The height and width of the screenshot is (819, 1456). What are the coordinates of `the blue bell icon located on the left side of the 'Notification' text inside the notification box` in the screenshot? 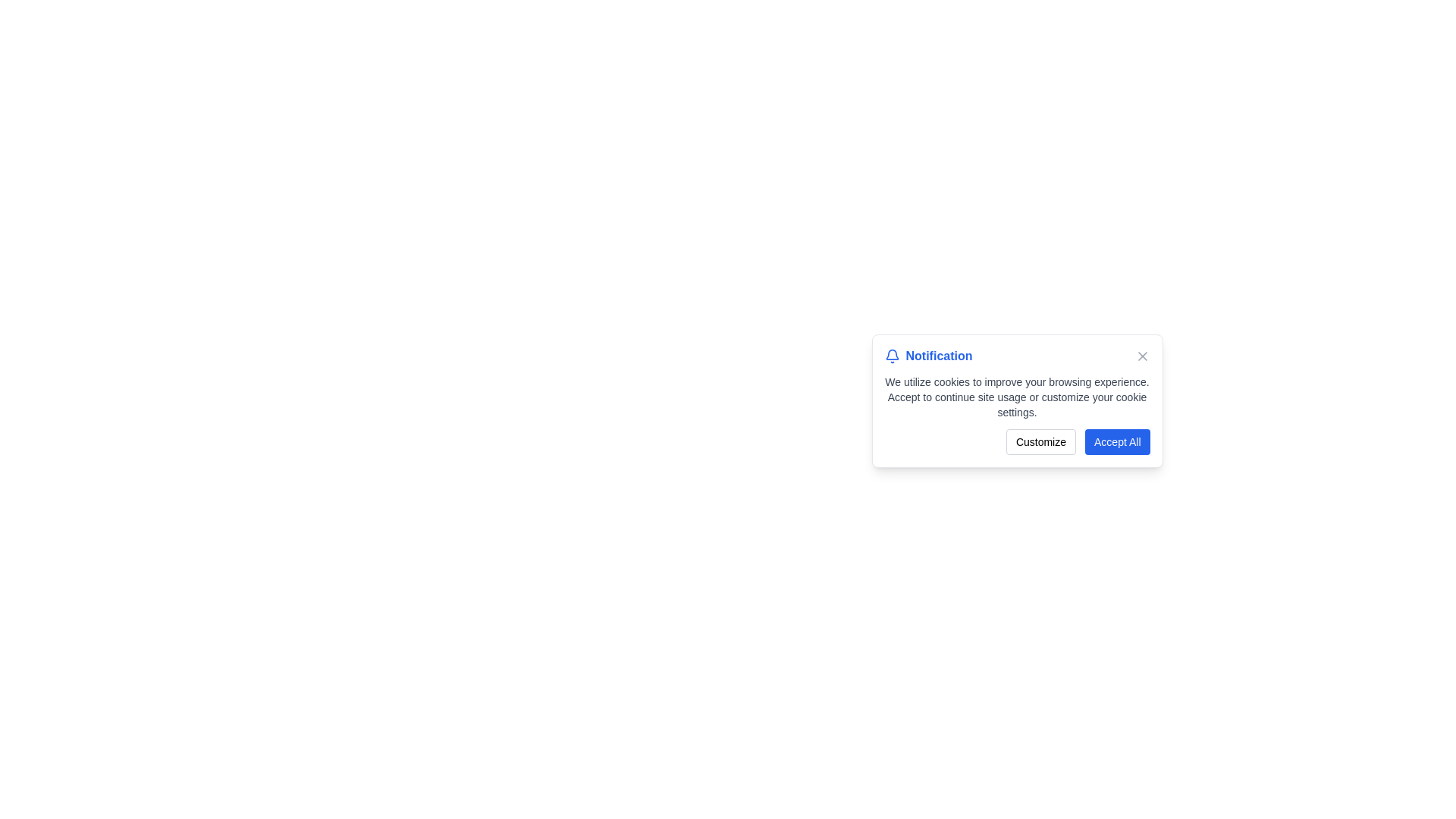 It's located at (892, 356).